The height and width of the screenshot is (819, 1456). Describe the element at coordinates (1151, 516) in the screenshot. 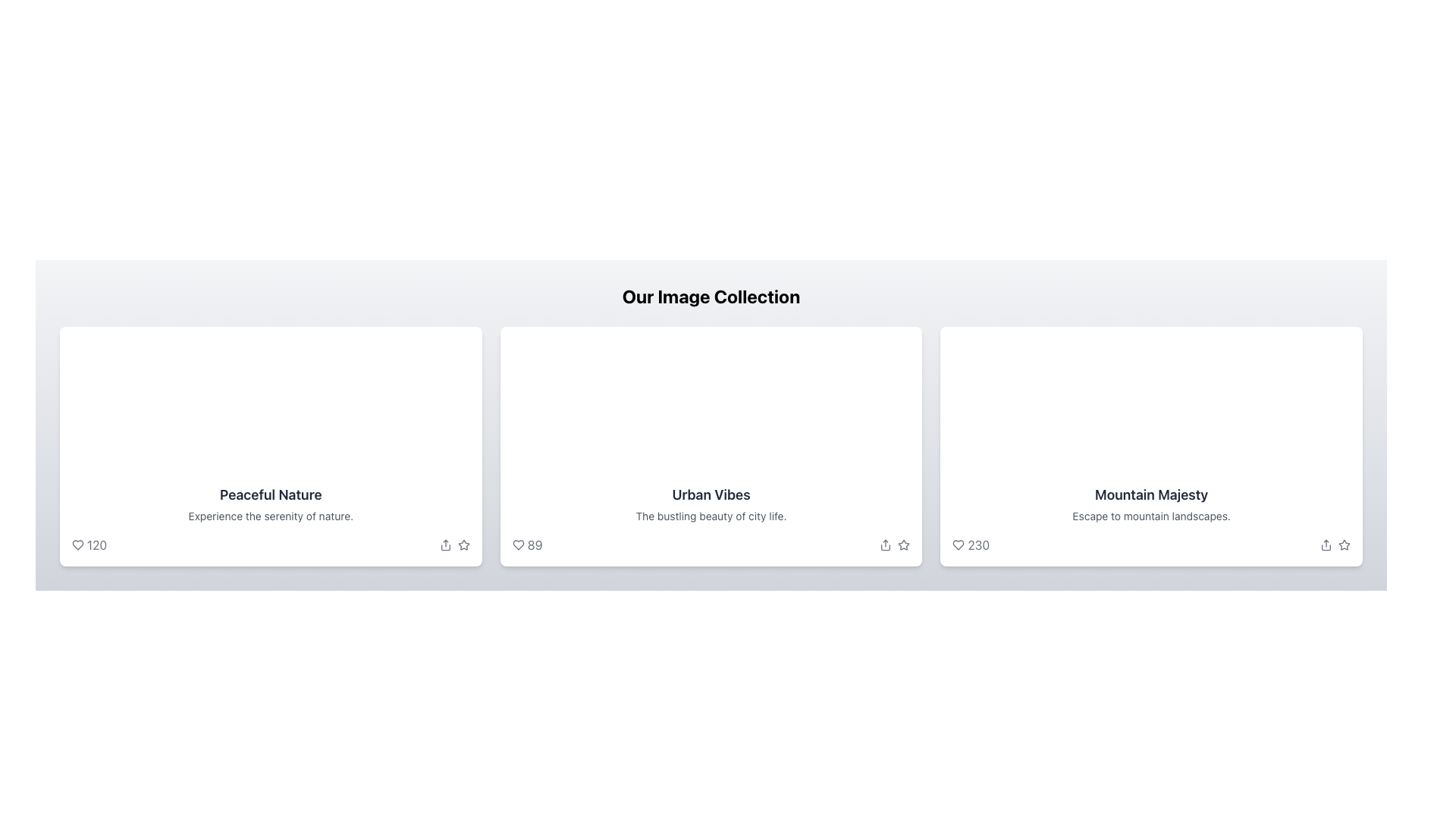

I see `the text label that says 'Escape to mountain landscapes.' which is styled in gray color and located within the card labeled 'Mountain Majesty.'` at that location.